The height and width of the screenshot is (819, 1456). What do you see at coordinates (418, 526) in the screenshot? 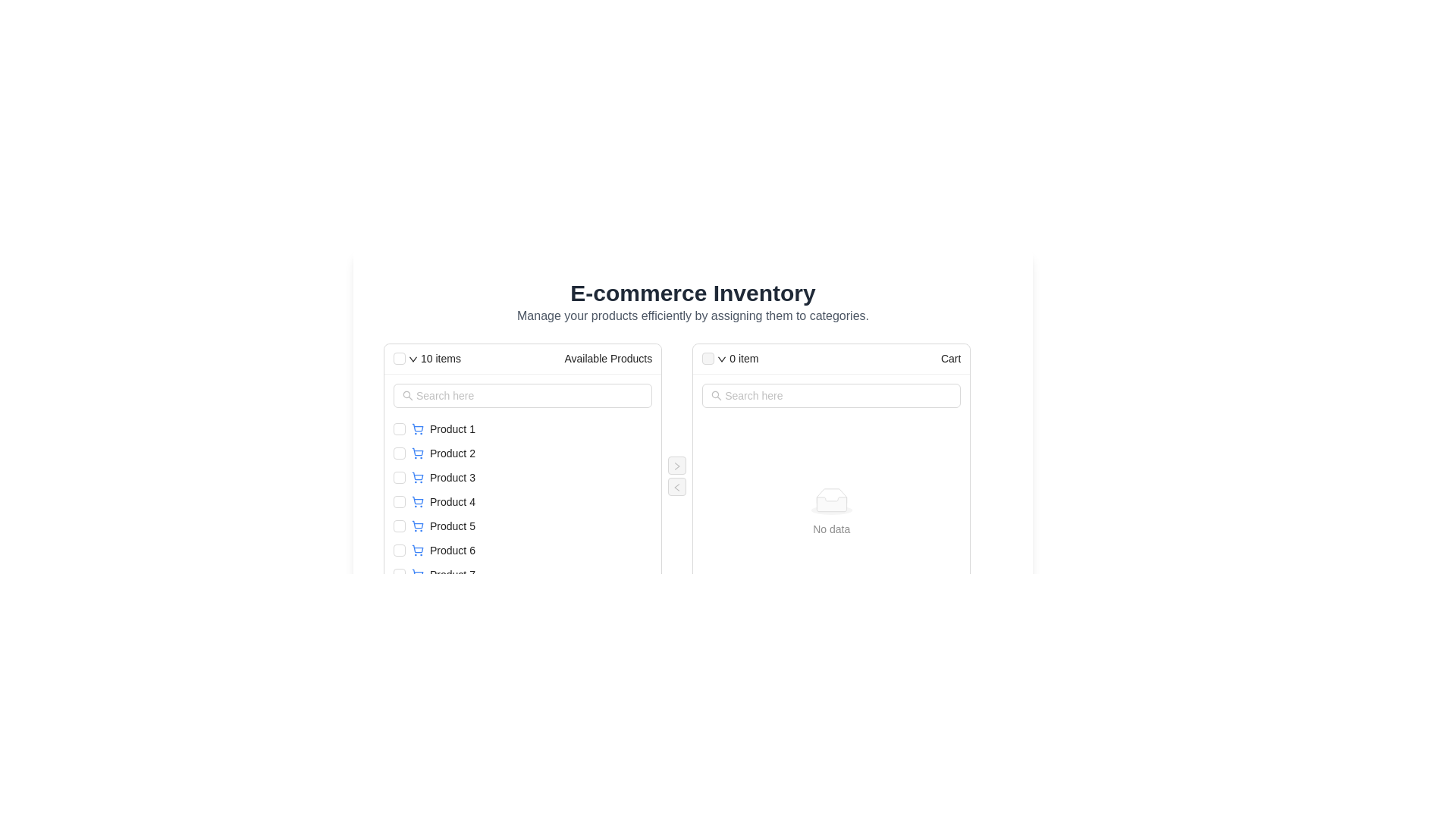
I see `shopping cart icon located to the left of the text 'Product 5' in the Available Products section, which is the fifth entry from the top` at bounding box center [418, 526].